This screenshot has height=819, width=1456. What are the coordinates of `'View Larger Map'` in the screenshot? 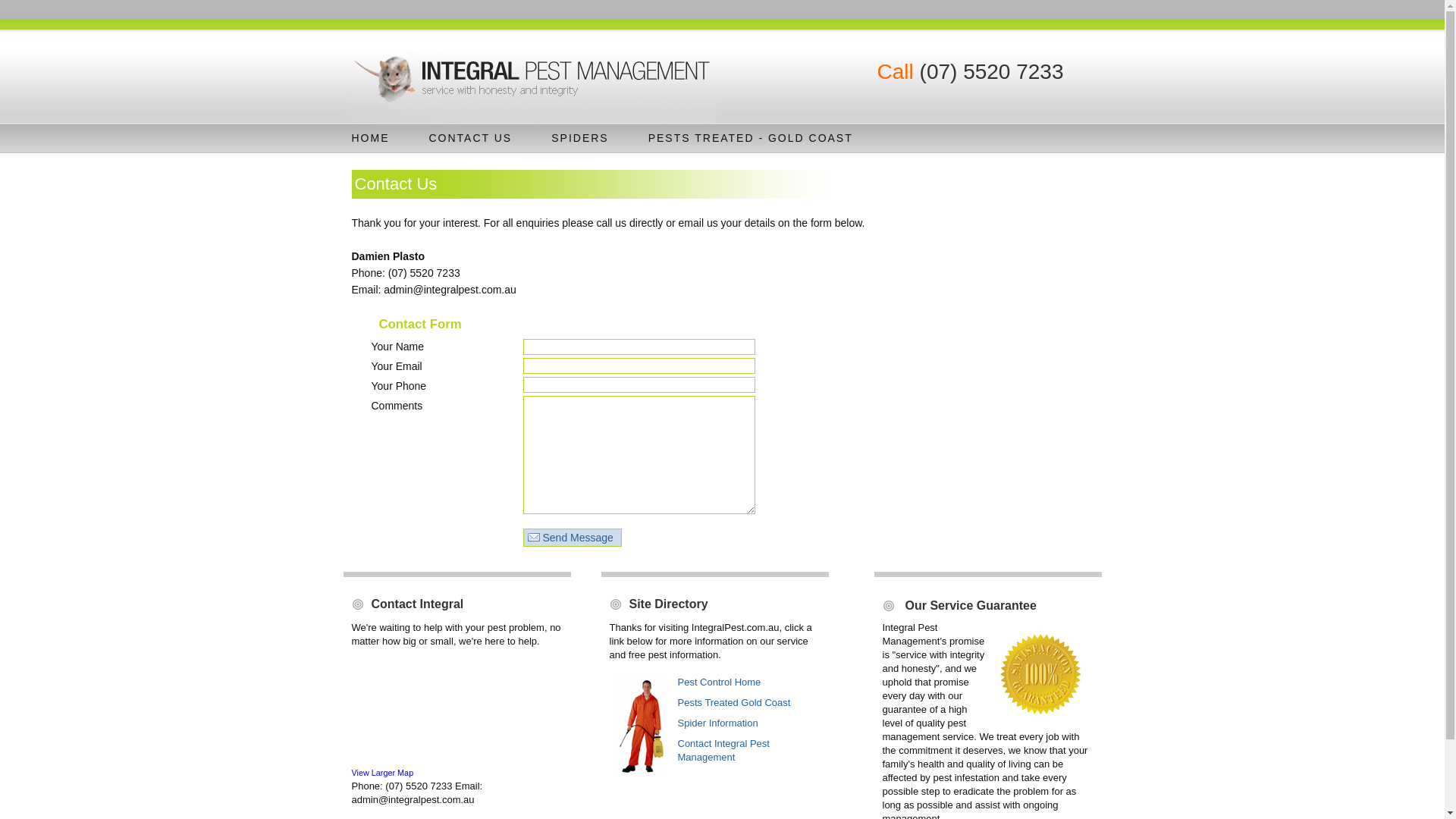 It's located at (382, 772).